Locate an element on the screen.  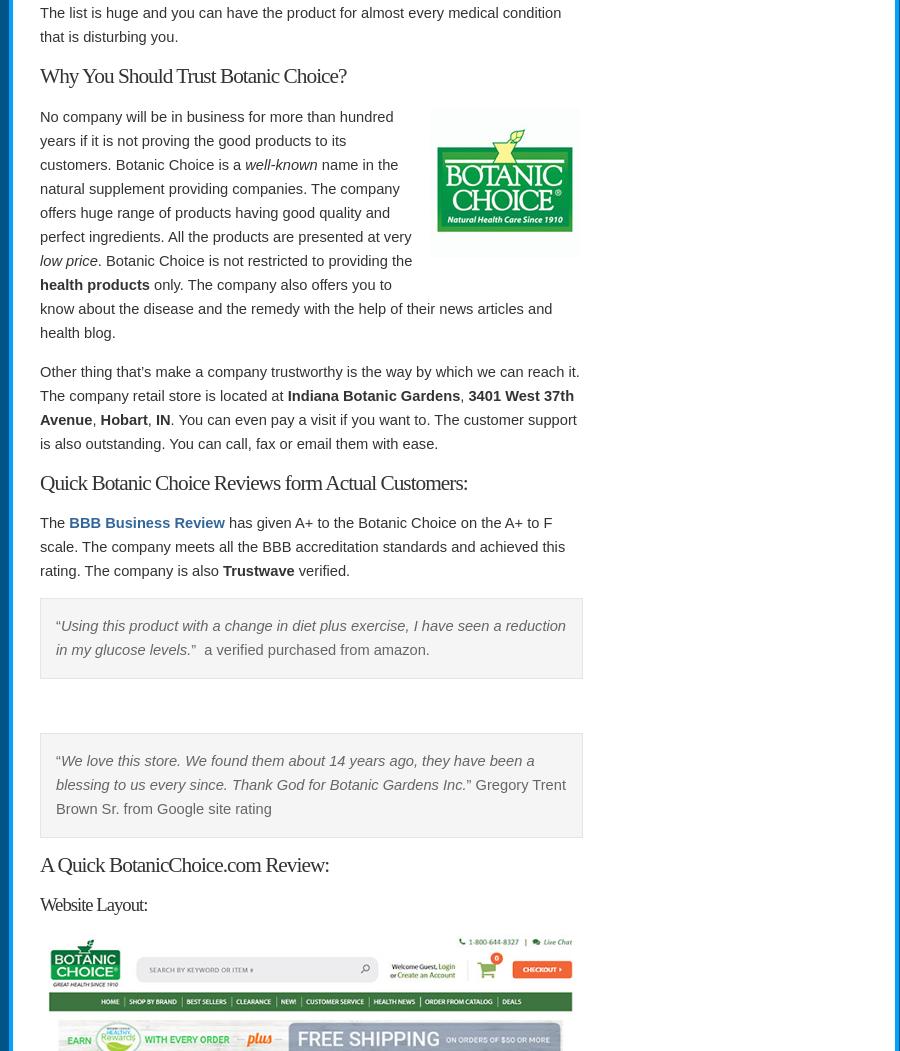
'”  a verified purchased from amazon.' is located at coordinates (308, 650).